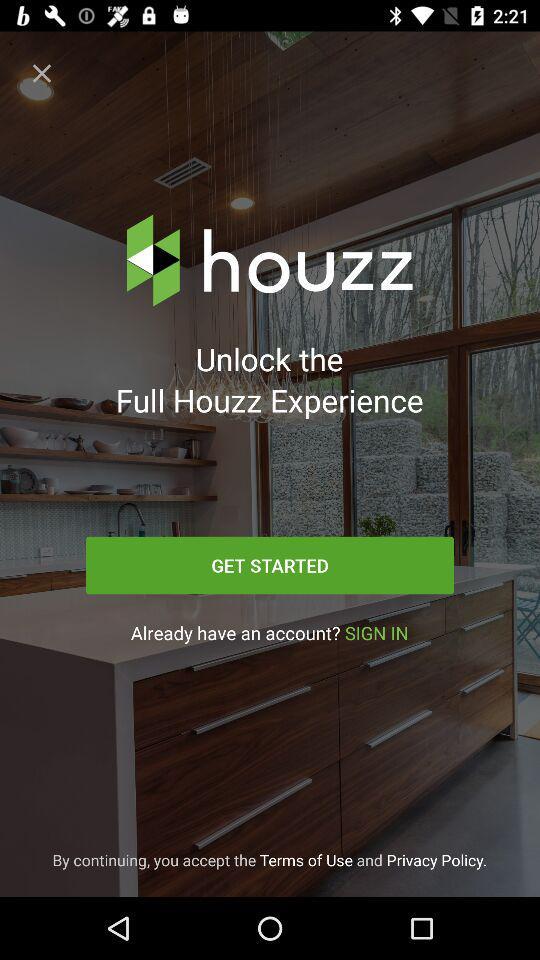 The image size is (540, 960). Describe the element at coordinates (270, 565) in the screenshot. I see `the icon above already have an item` at that location.